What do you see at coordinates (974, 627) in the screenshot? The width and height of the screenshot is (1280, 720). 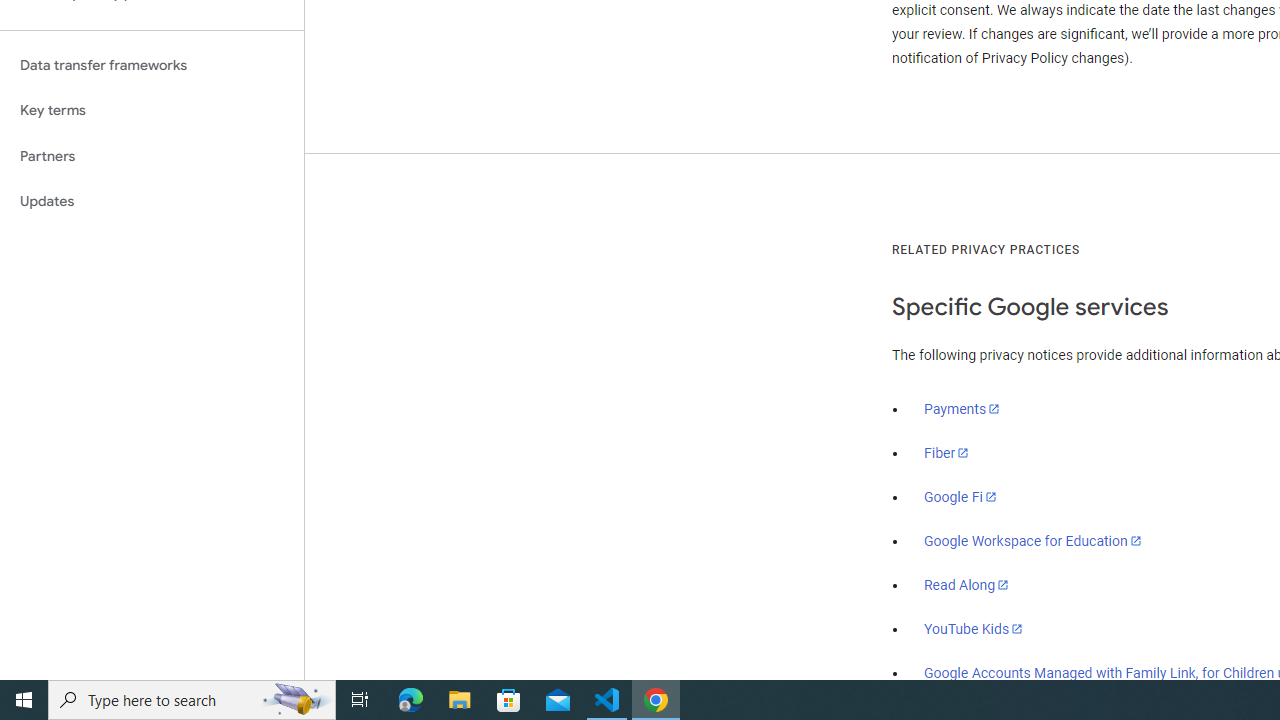 I see `'YouTube Kids'` at bounding box center [974, 627].